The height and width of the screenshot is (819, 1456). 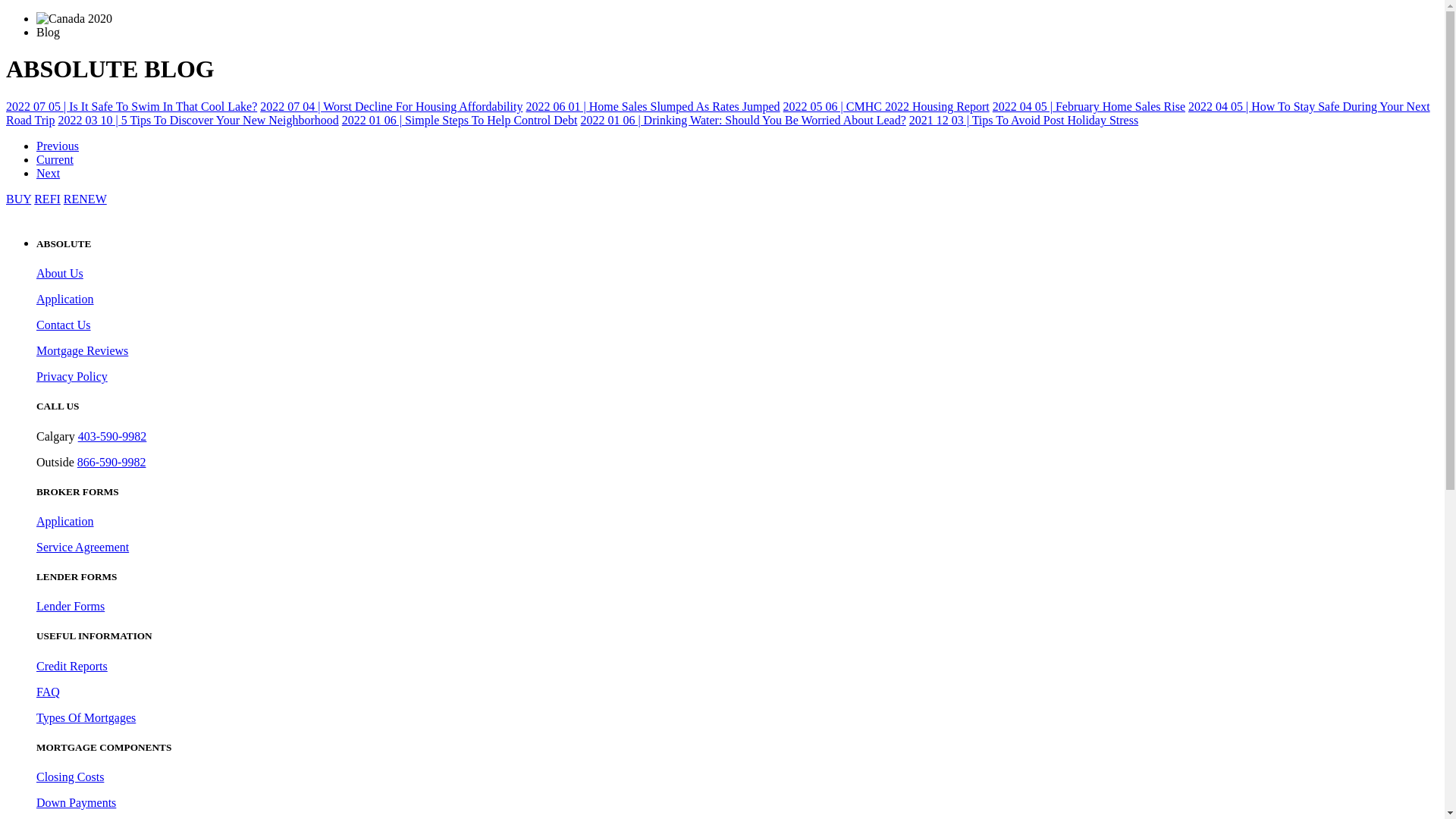 I want to click on '2022 04 05 | February Home Sales Rise', so click(x=1087, y=105).